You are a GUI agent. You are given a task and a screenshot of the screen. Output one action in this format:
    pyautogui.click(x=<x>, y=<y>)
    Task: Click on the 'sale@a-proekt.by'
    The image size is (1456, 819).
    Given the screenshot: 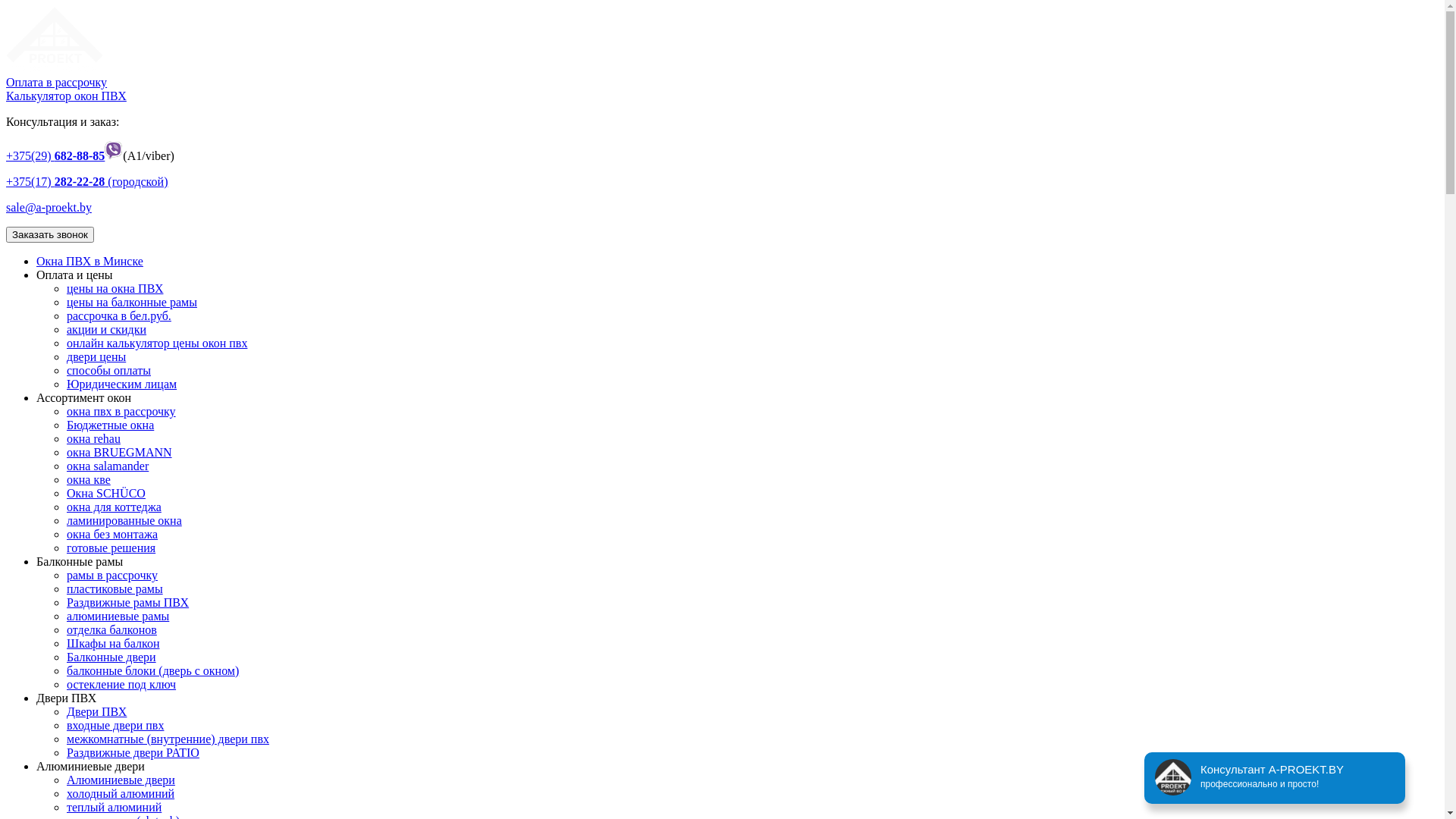 What is the action you would take?
    pyautogui.click(x=6, y=207)
    